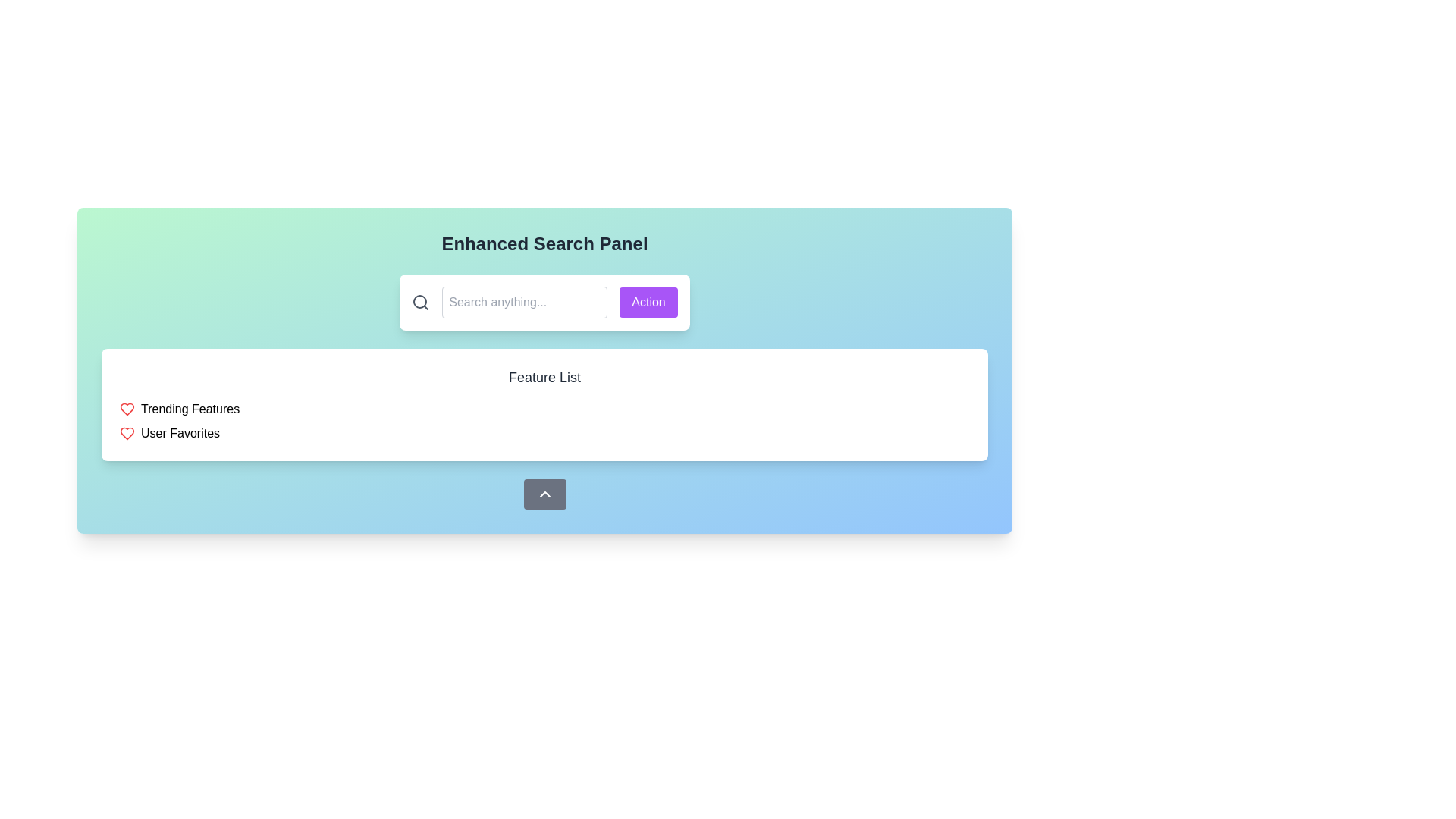 This screenshot has width=1456, height=819. Describe the element at coordinates (648, 302) in the screenshot. I see `the 'Action' button, which is styled with white text on a purple background and has a rounded shape` at that location.